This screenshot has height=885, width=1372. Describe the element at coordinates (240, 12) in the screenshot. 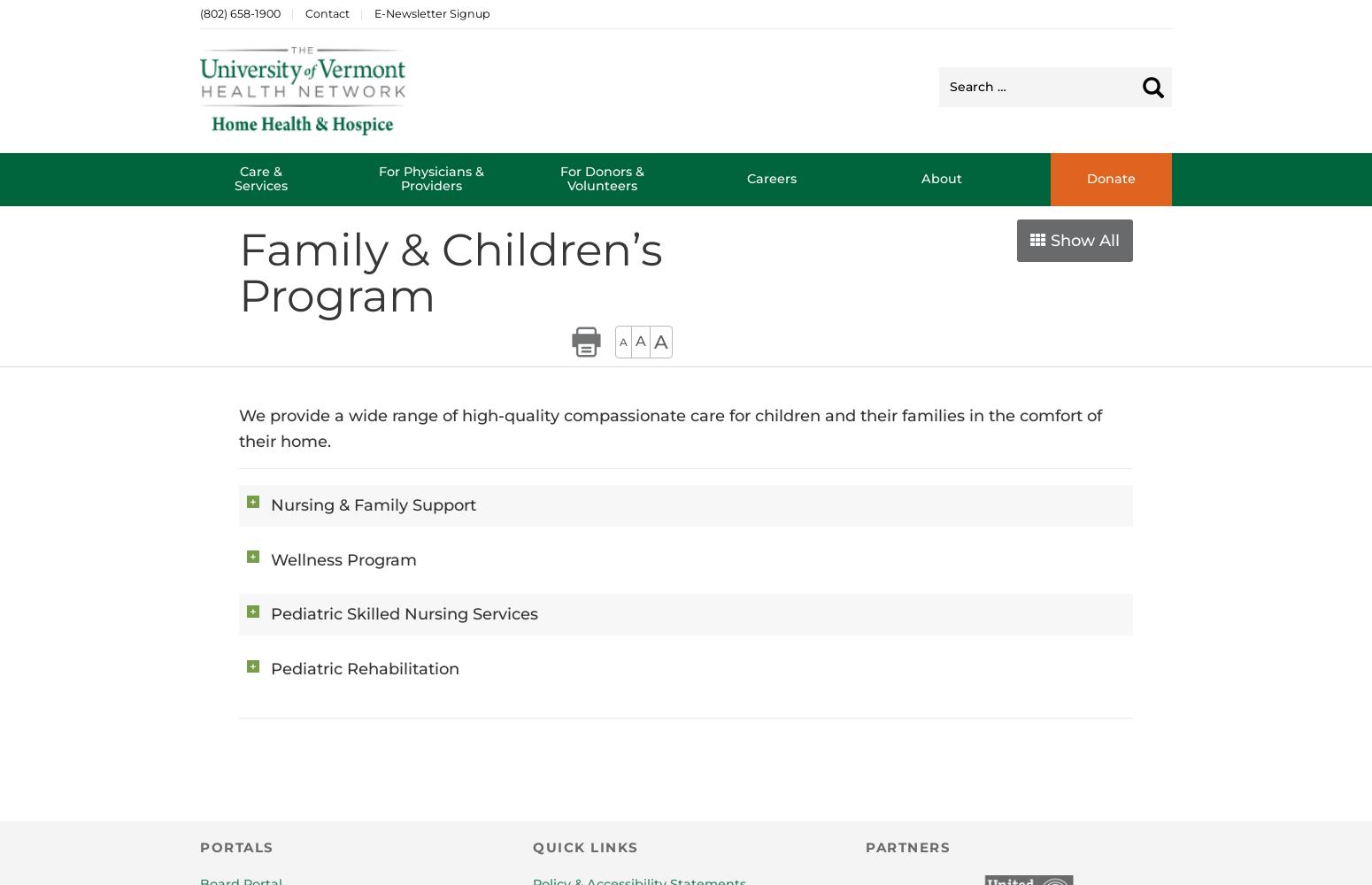

I see `'(802) 658-1900'` at that location.